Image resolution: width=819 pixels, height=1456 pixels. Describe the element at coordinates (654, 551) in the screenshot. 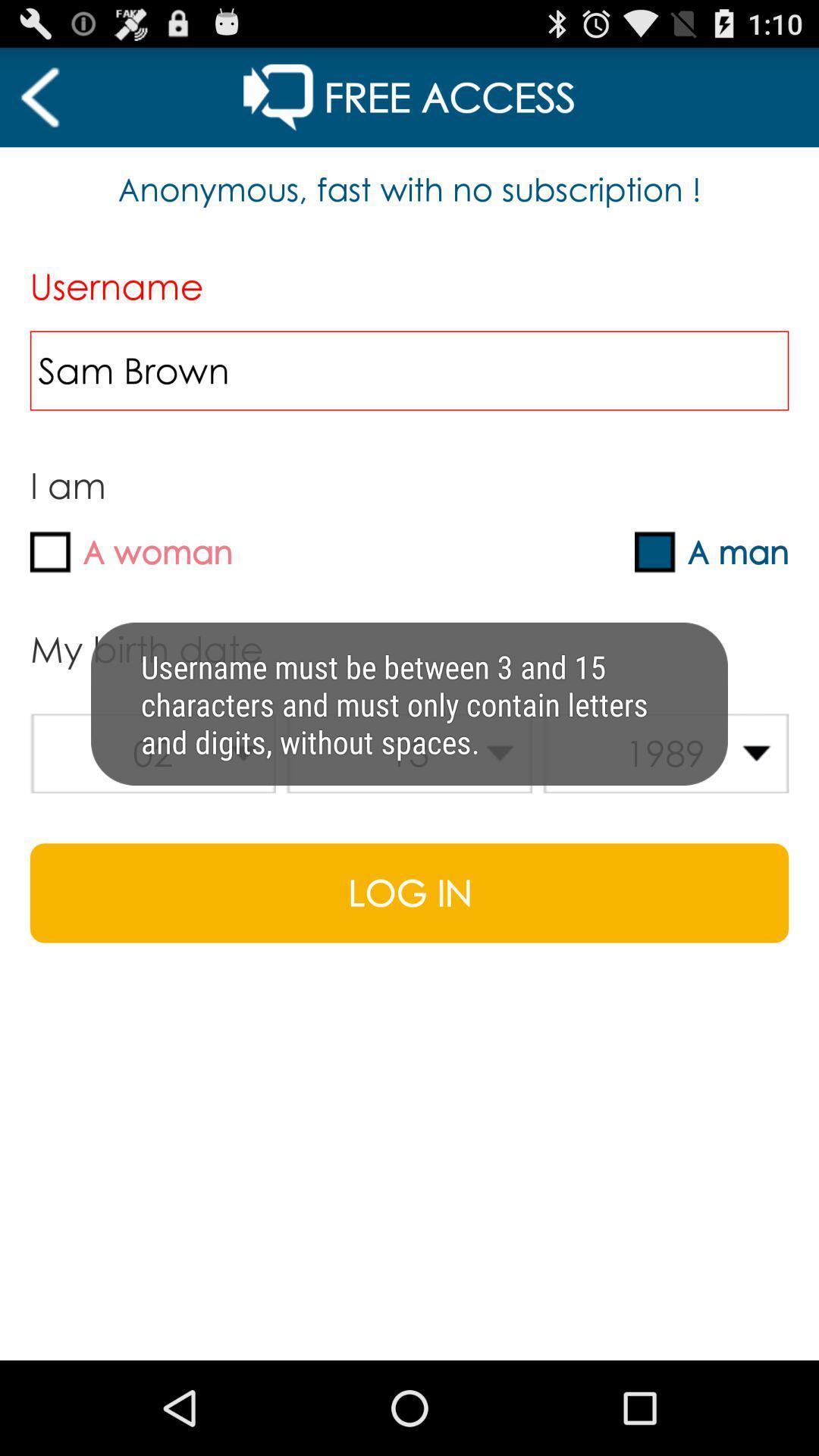

I see `check` at that location.